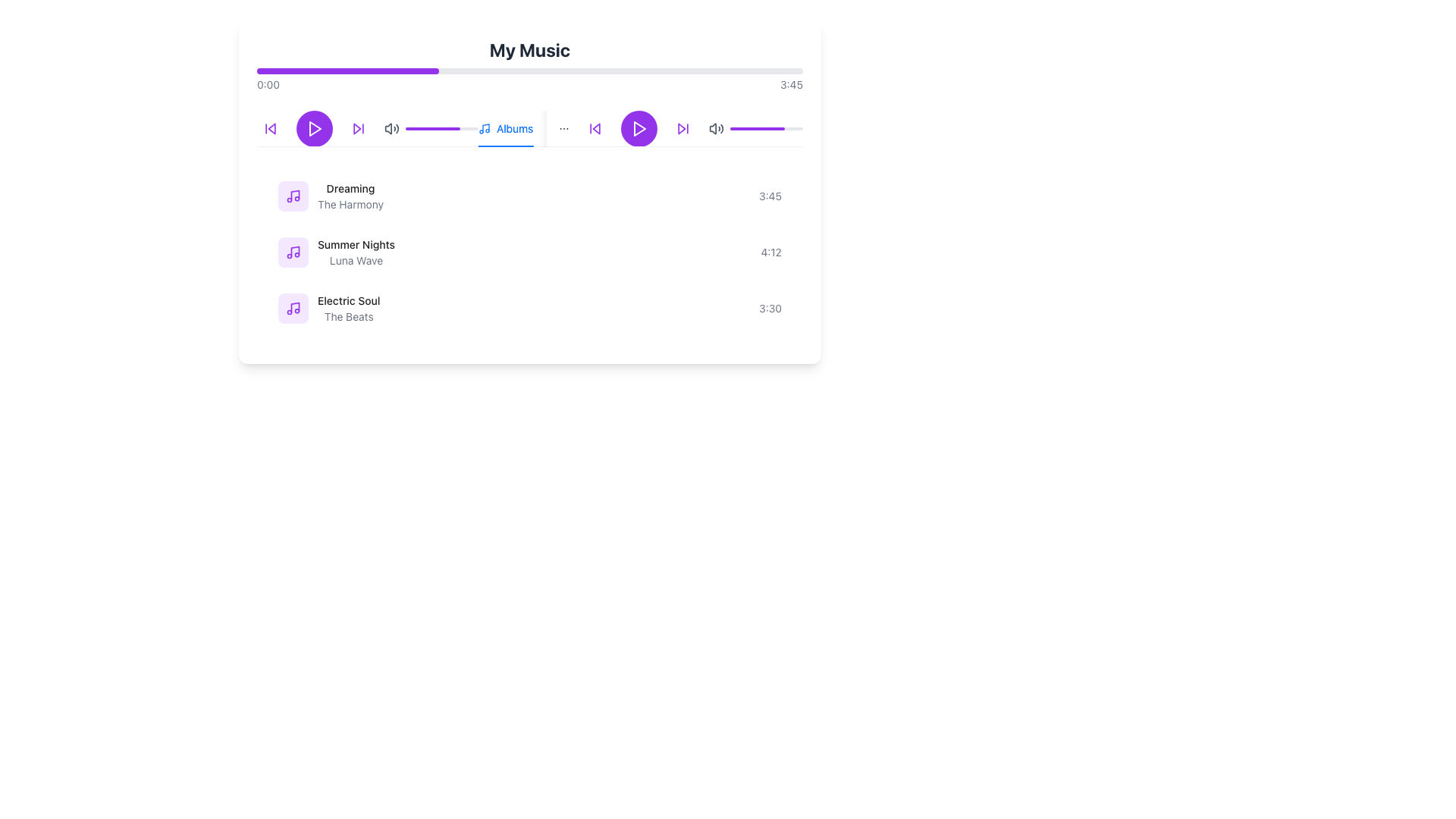 This screenshot has width=1456, height=819. What do you see at coordinates (270, 127) in the screenshot?
I see `the first button from the left in the row of playback controls to skip to the previous track` at bounding box center [270, 127].